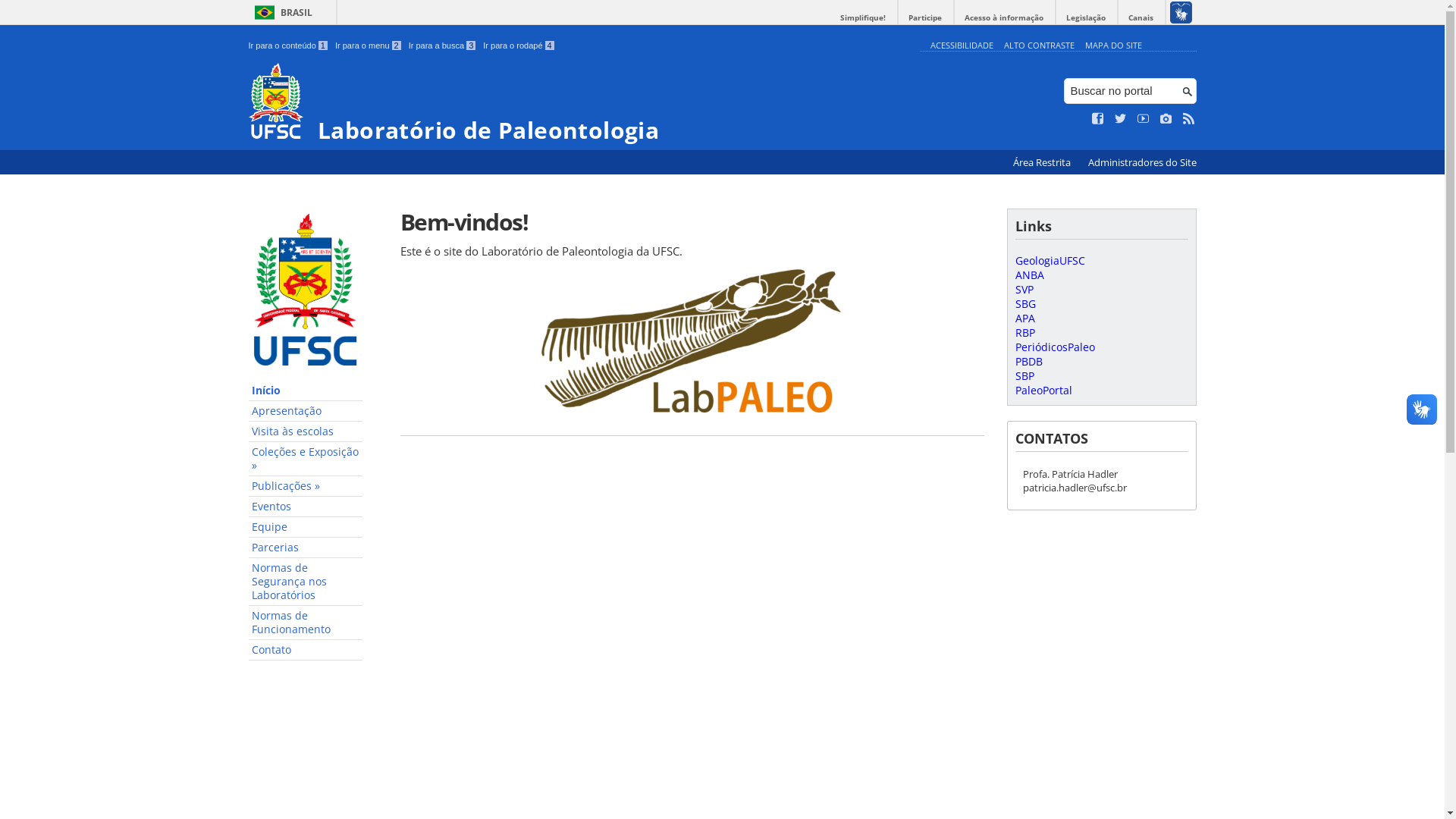 The width and height of the screenshot is (1456, 819). What do you see at coordinates (1025, 303) in the screenshot?
I see `'SBG'` at bounding box center [1025, 303].